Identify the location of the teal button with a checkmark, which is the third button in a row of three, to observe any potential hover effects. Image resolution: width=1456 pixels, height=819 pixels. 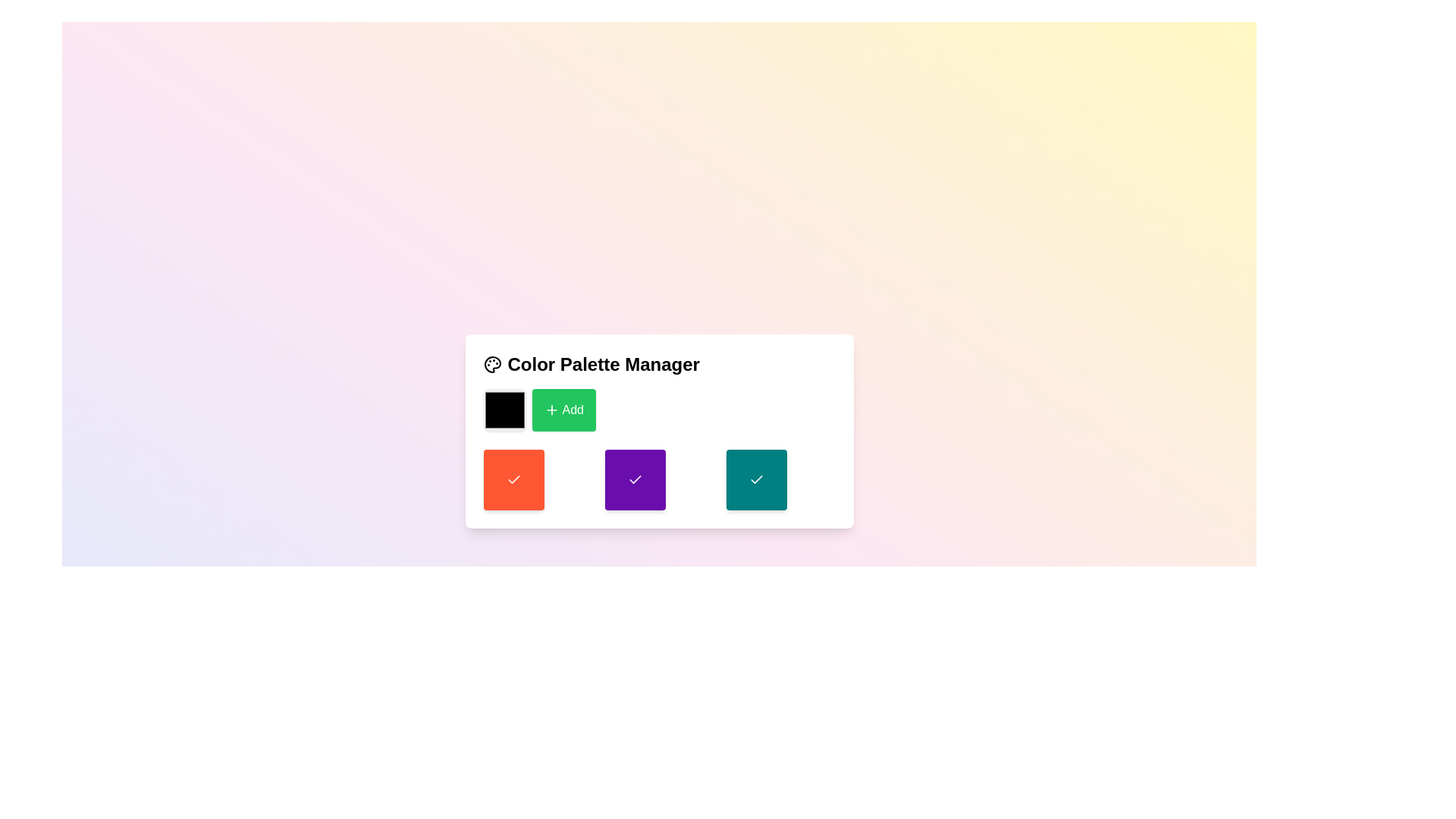
(756, 479).